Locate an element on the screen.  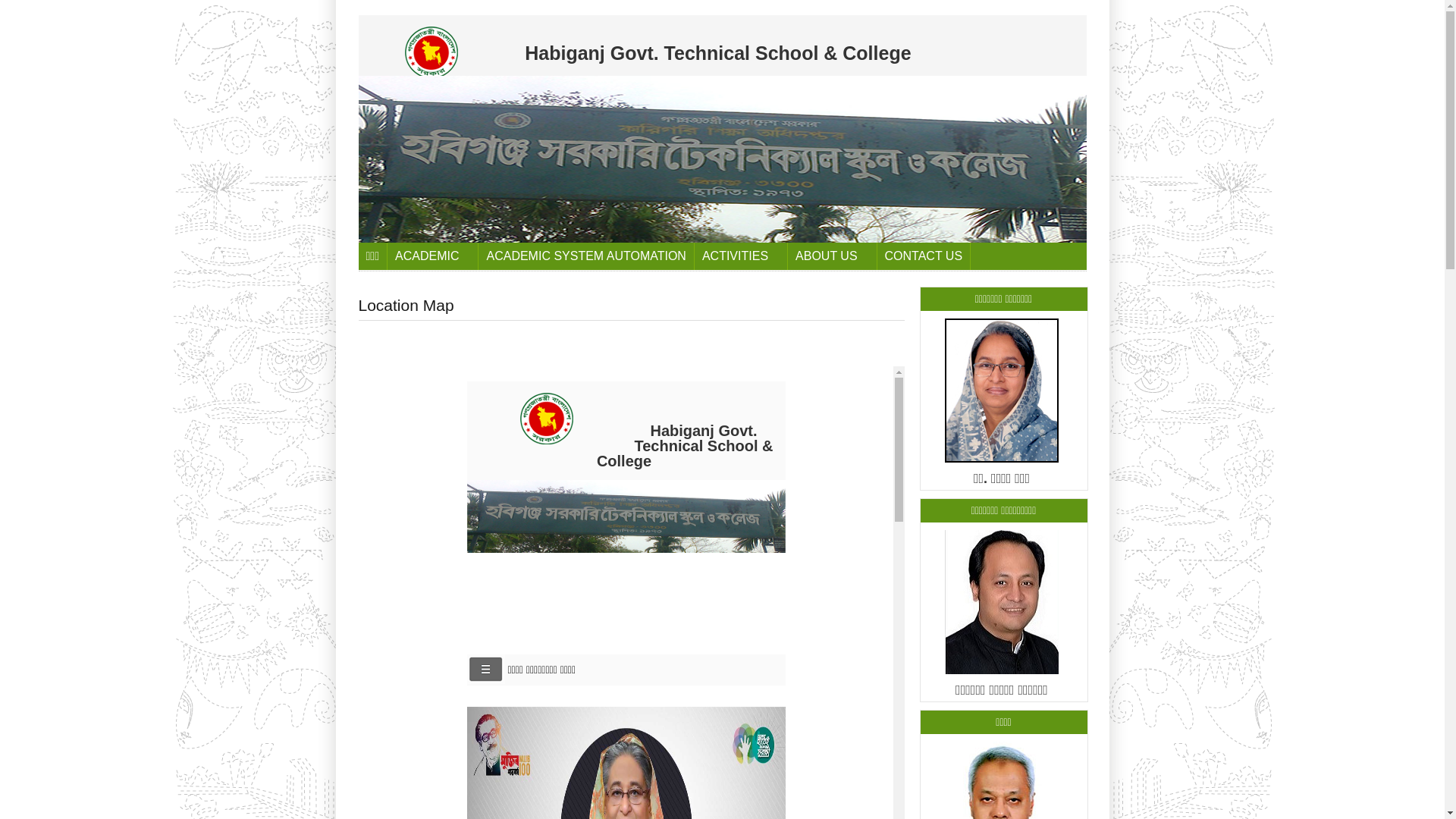
'CONTACT US' is located at coordinates (924, 256).